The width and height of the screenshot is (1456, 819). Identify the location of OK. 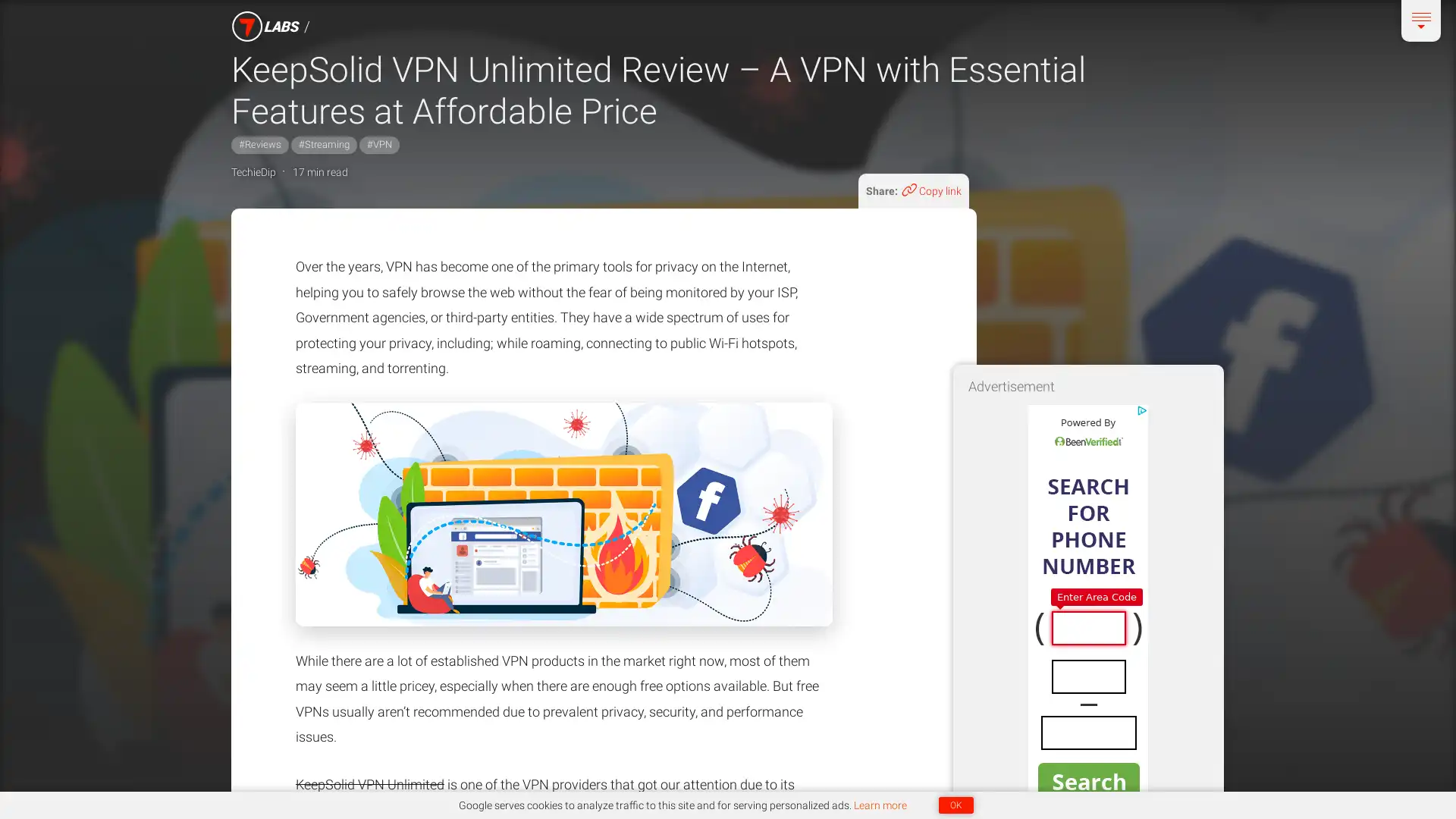
(954, 804).